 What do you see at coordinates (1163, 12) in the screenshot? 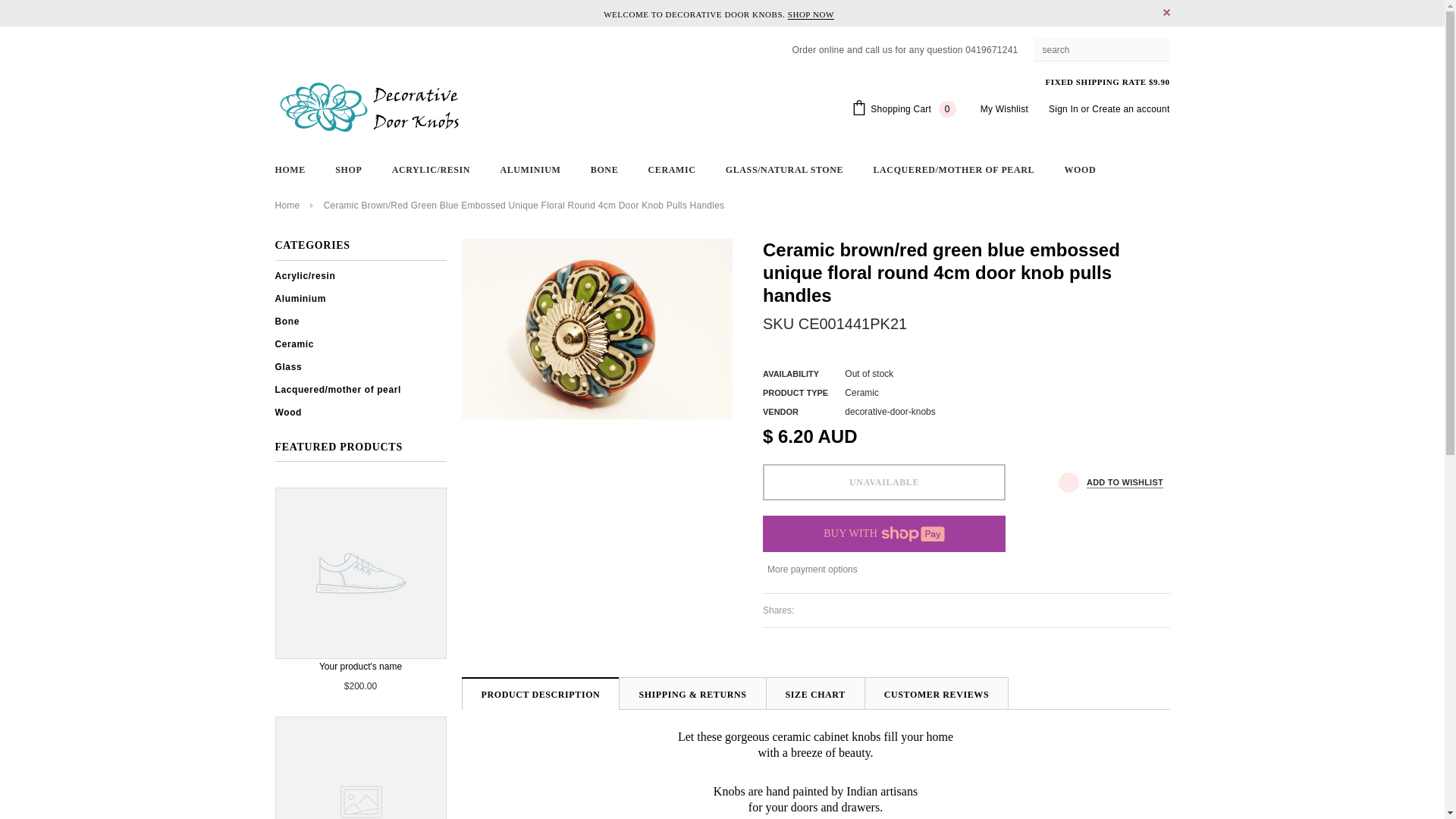
I see `'CLOSE'` at bounding box center [1163, 12].